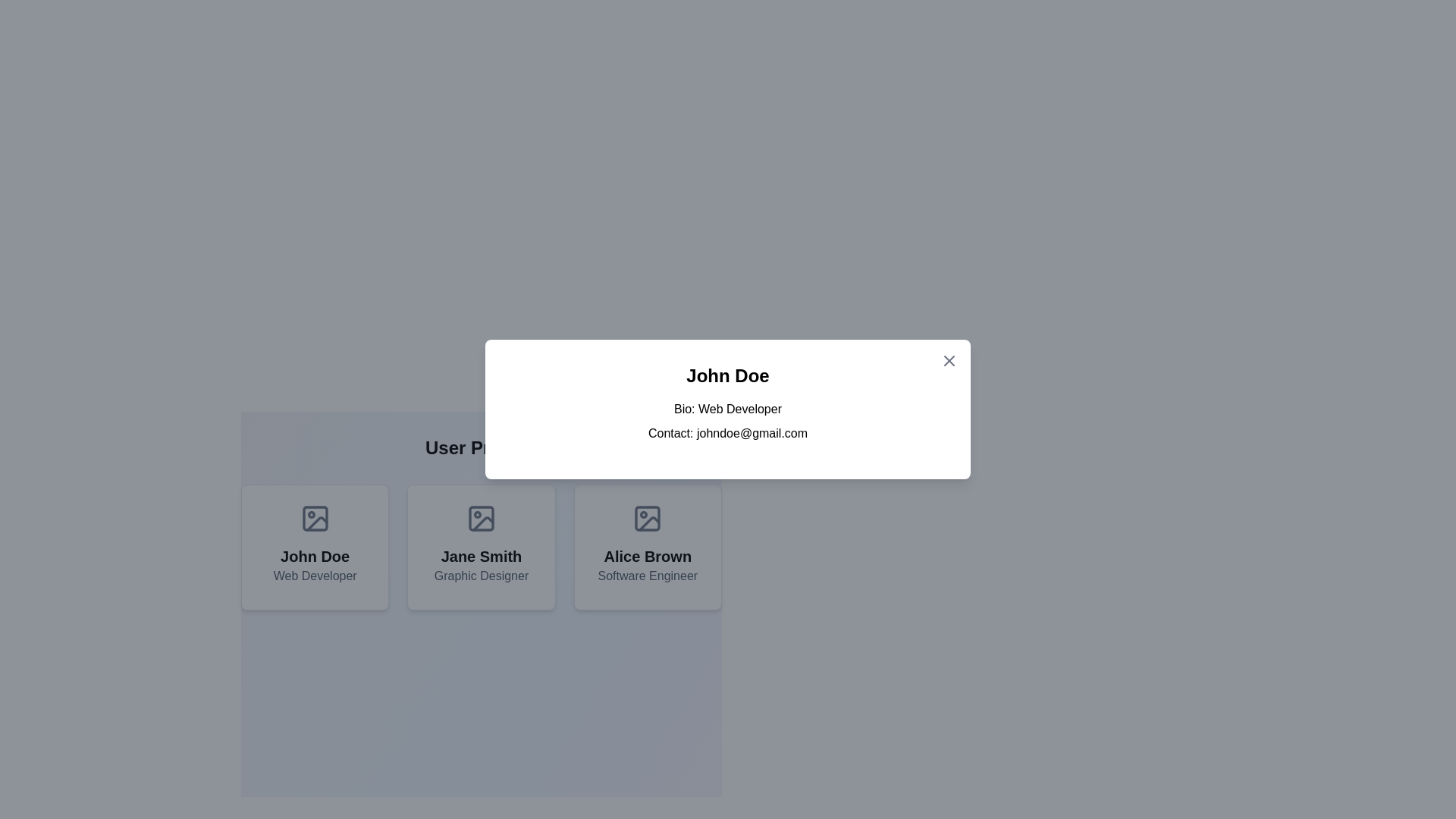  Describe the element at coordinates (648, 517) in the screenshot. I see `the graphical icon within the card layout for 'Alice Brown', which features a gray outlined rectangle enclosing a circle and a line segment intersecting it` at that location.